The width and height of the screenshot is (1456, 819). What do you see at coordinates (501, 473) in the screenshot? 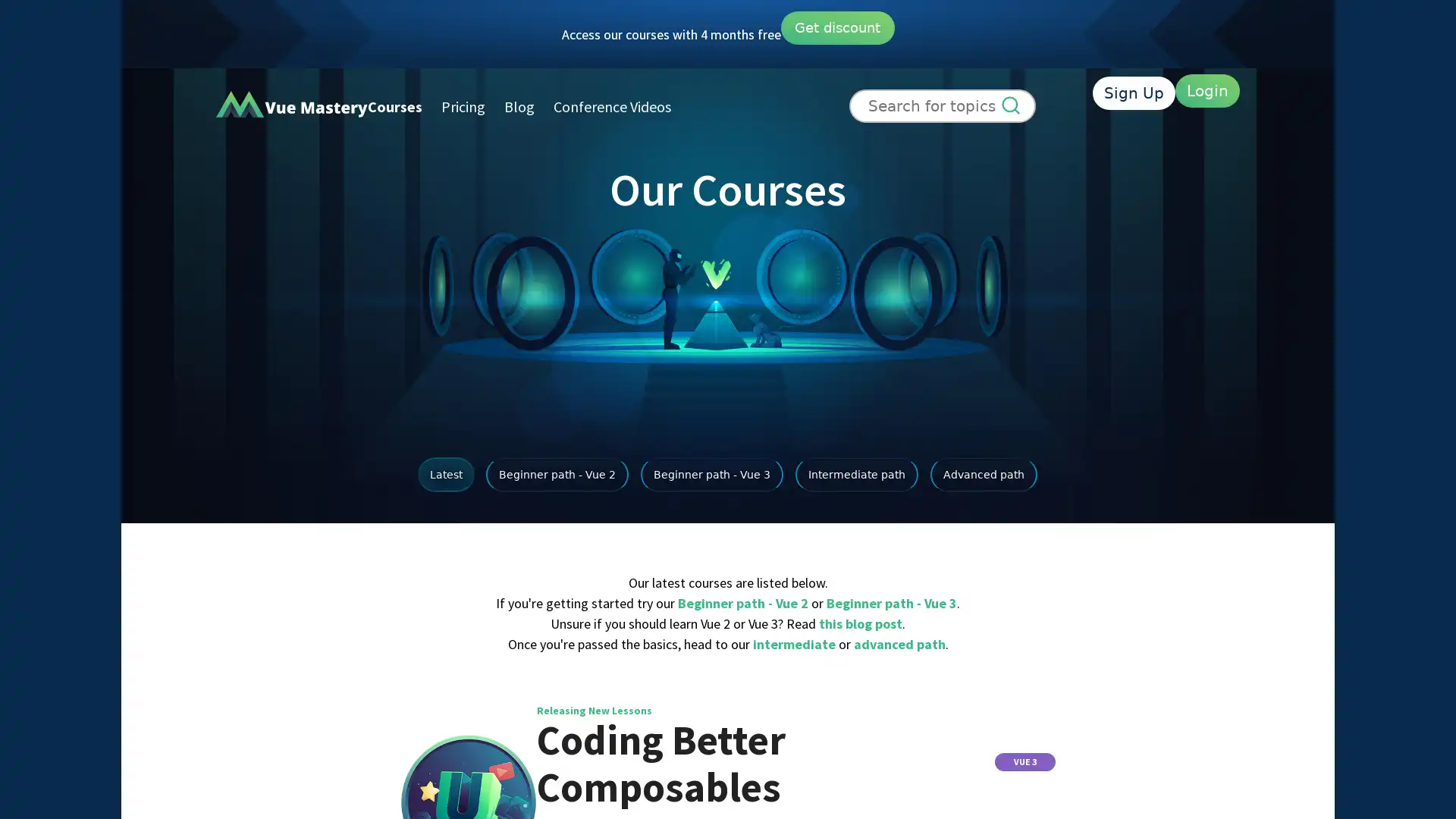
I see `Beginner path - Vue 2` at bounding box center [501, 473].